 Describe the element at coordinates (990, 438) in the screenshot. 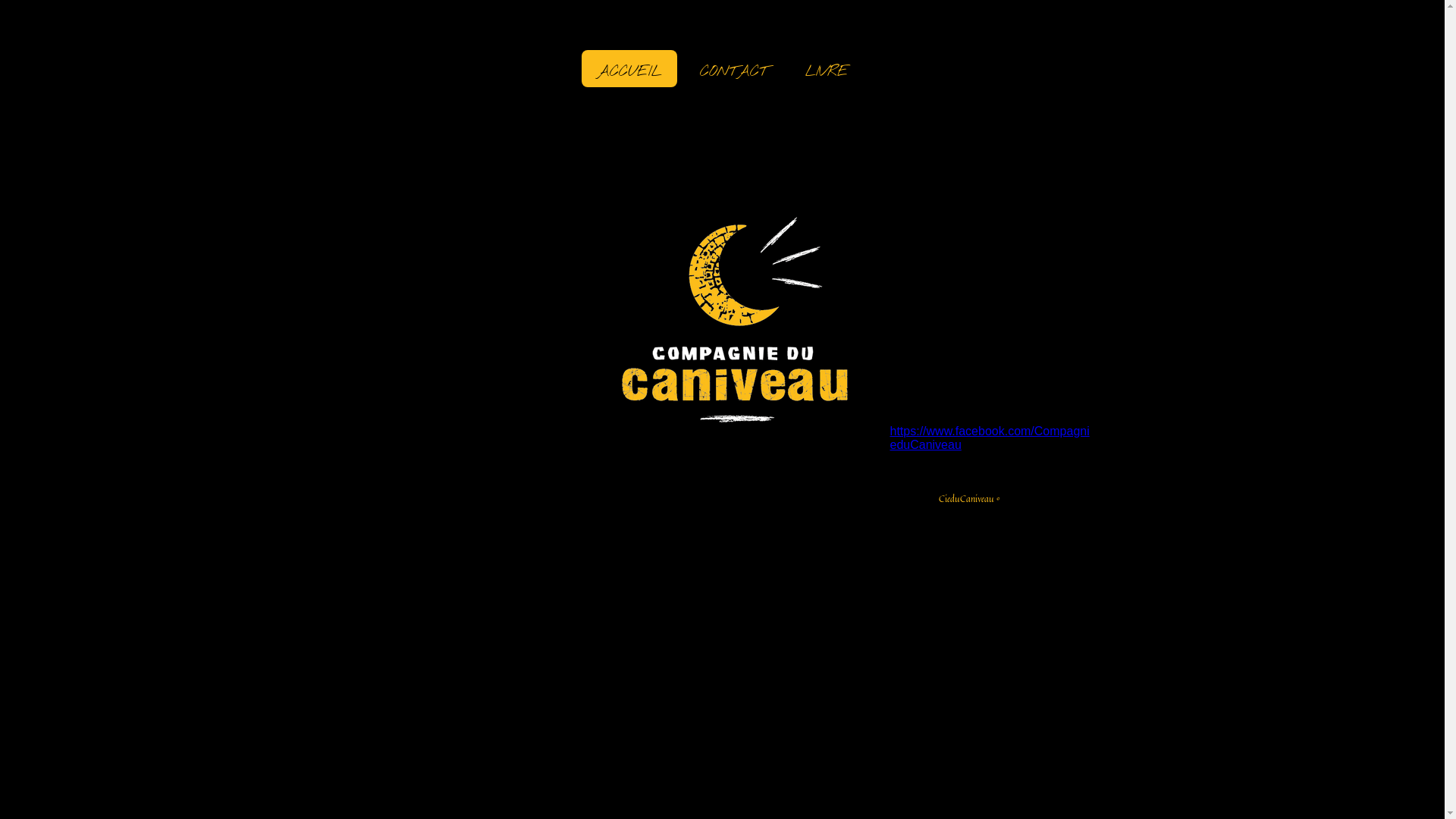

I see `'https://www.facebook.com/CompagnieduCaniveau'` at that location.